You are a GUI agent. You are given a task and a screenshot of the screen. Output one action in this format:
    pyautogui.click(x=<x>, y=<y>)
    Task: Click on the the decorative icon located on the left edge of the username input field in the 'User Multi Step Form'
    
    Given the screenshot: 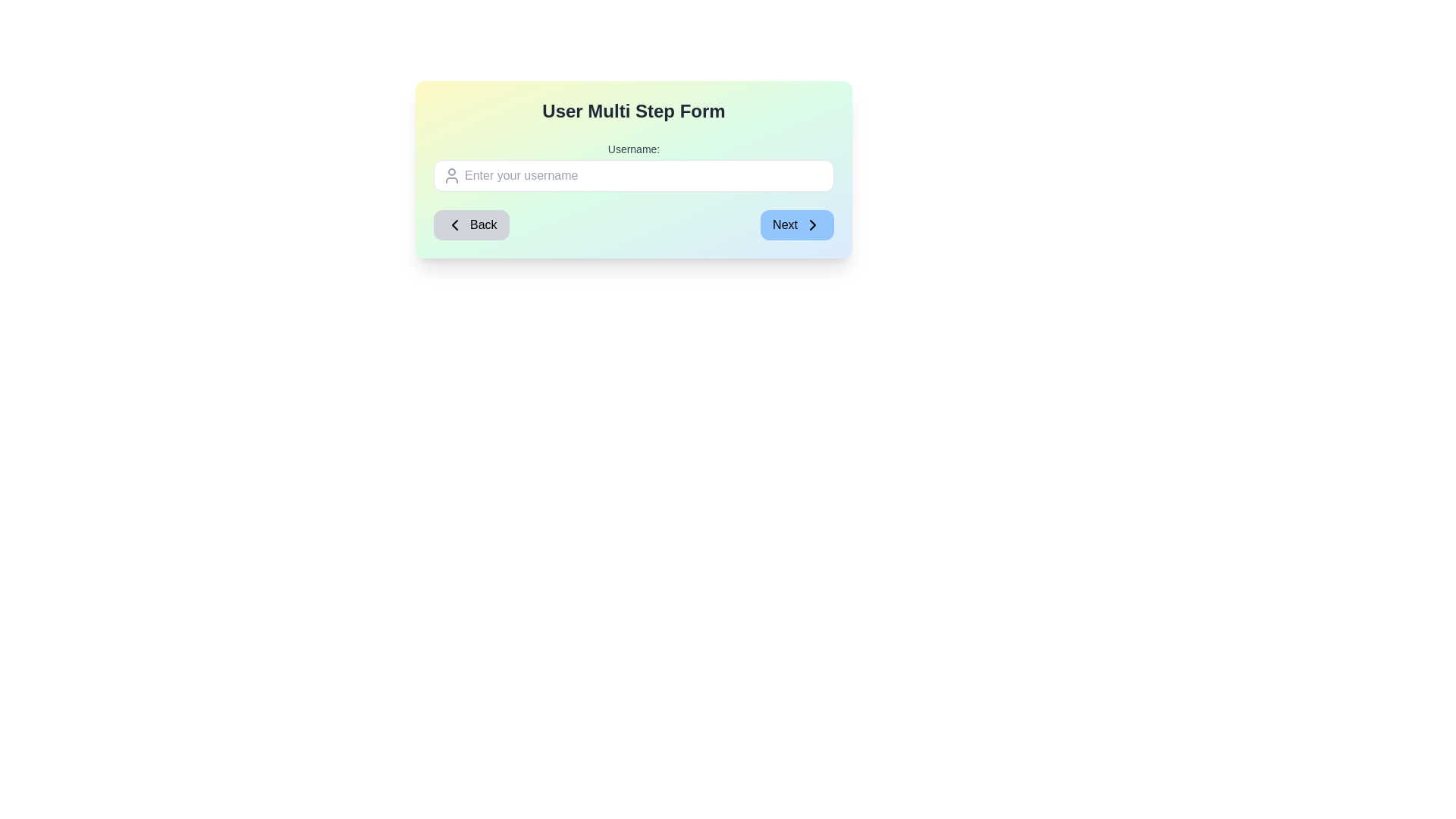 What is the action you would take?
    pyautogui.click(x=450, y=174)
    